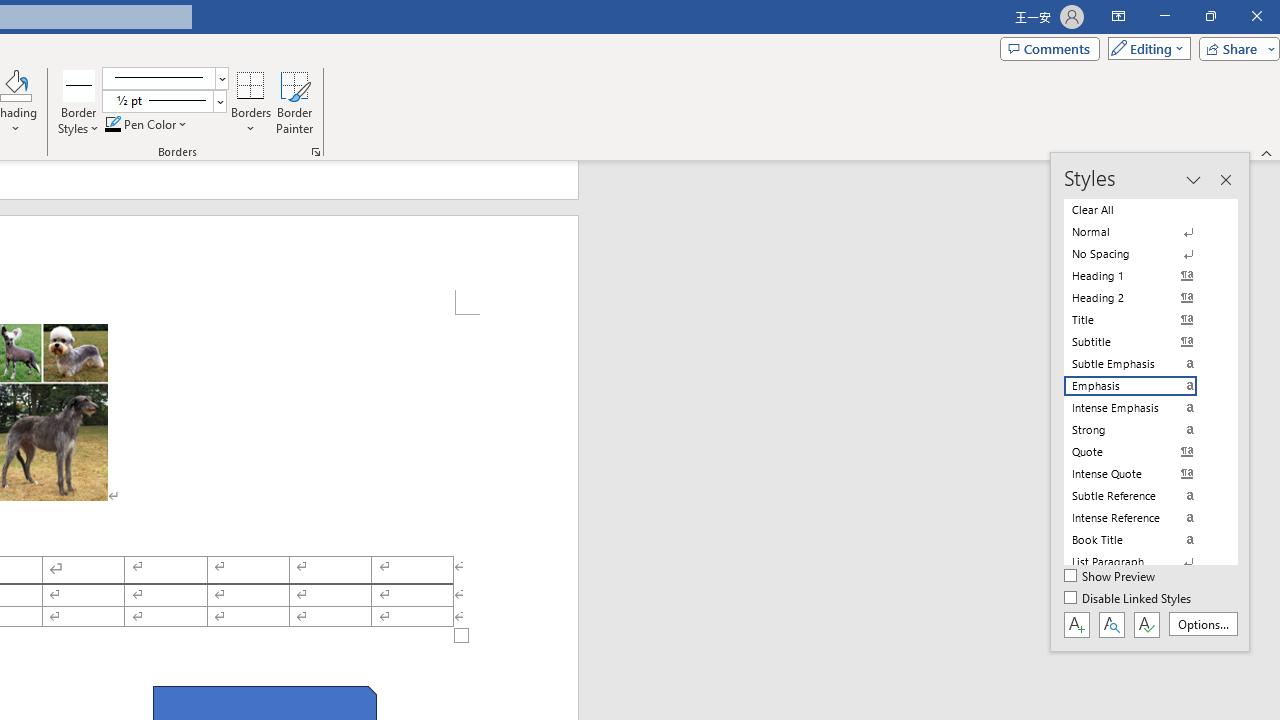 Image resolution: width=1280 pixels, height=720 pixels. What do you see at coordinates (164, 101) in the screenshot?
I see `'Pen Weight'` at bounding box center [164, 101].